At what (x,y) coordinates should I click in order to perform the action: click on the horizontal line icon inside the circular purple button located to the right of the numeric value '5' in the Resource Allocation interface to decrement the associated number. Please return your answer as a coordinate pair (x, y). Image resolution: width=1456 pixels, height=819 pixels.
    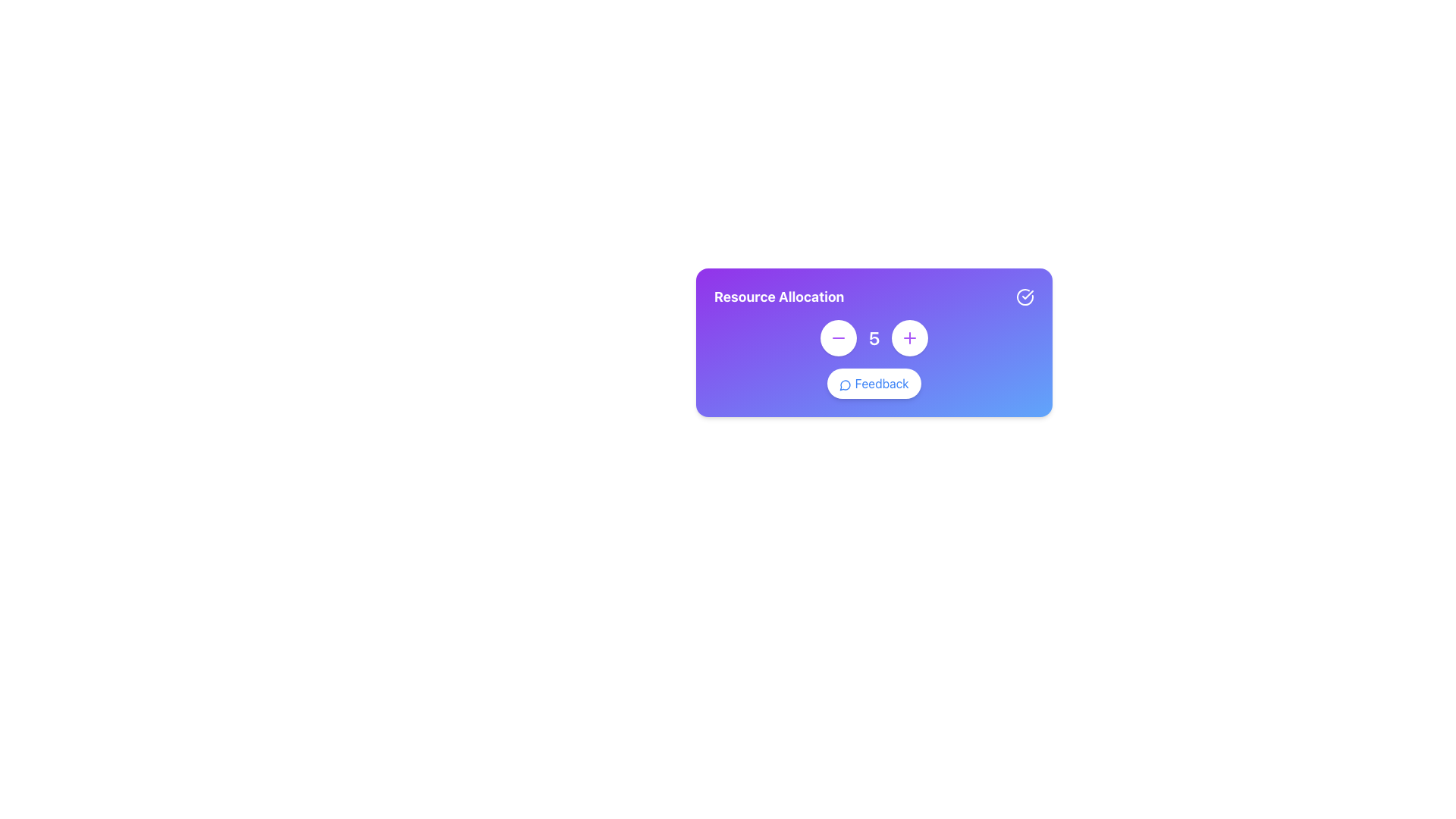
    Looking at the image, I should click on (837, 337).